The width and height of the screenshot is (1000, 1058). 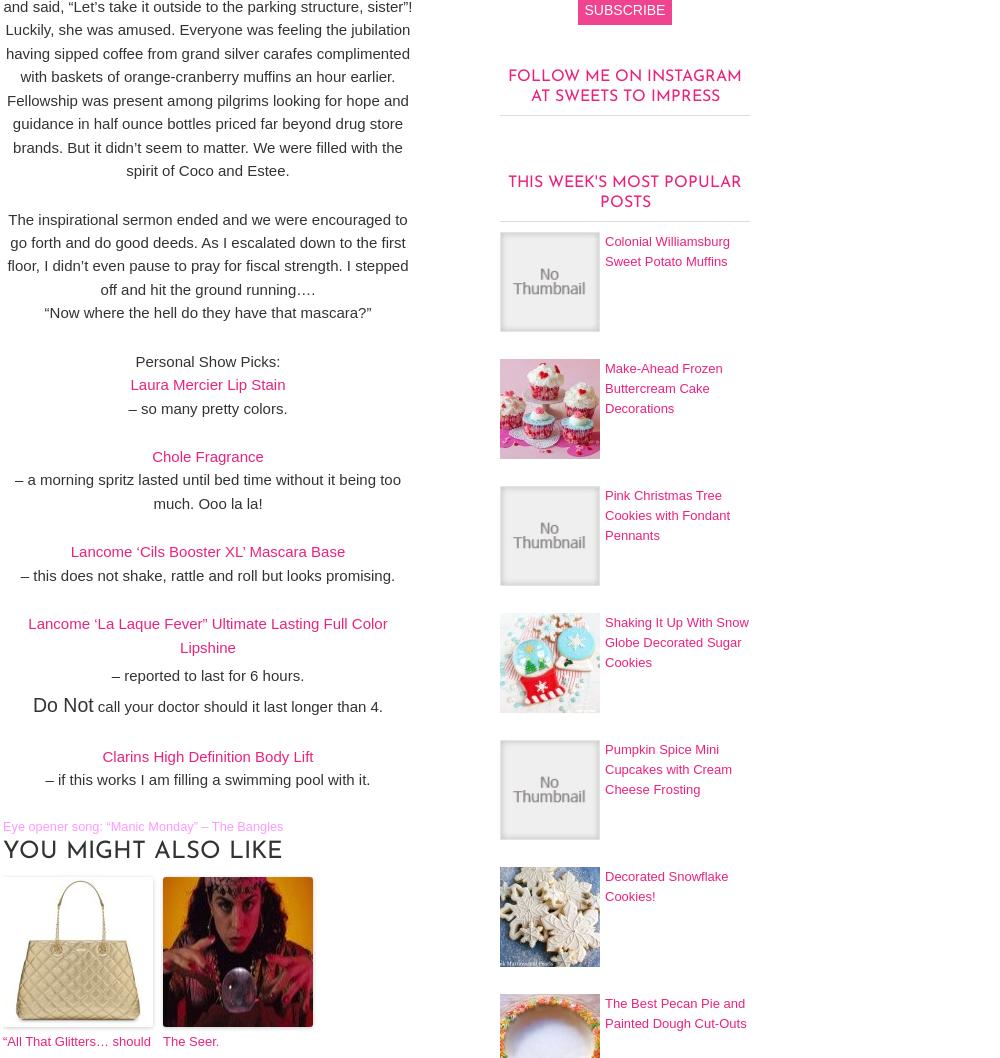 What do you see at coordinates (666, 885) in the screenshot?
I see `'Decorated Snowflake Cookies!'` at bounding box center [666, 885].